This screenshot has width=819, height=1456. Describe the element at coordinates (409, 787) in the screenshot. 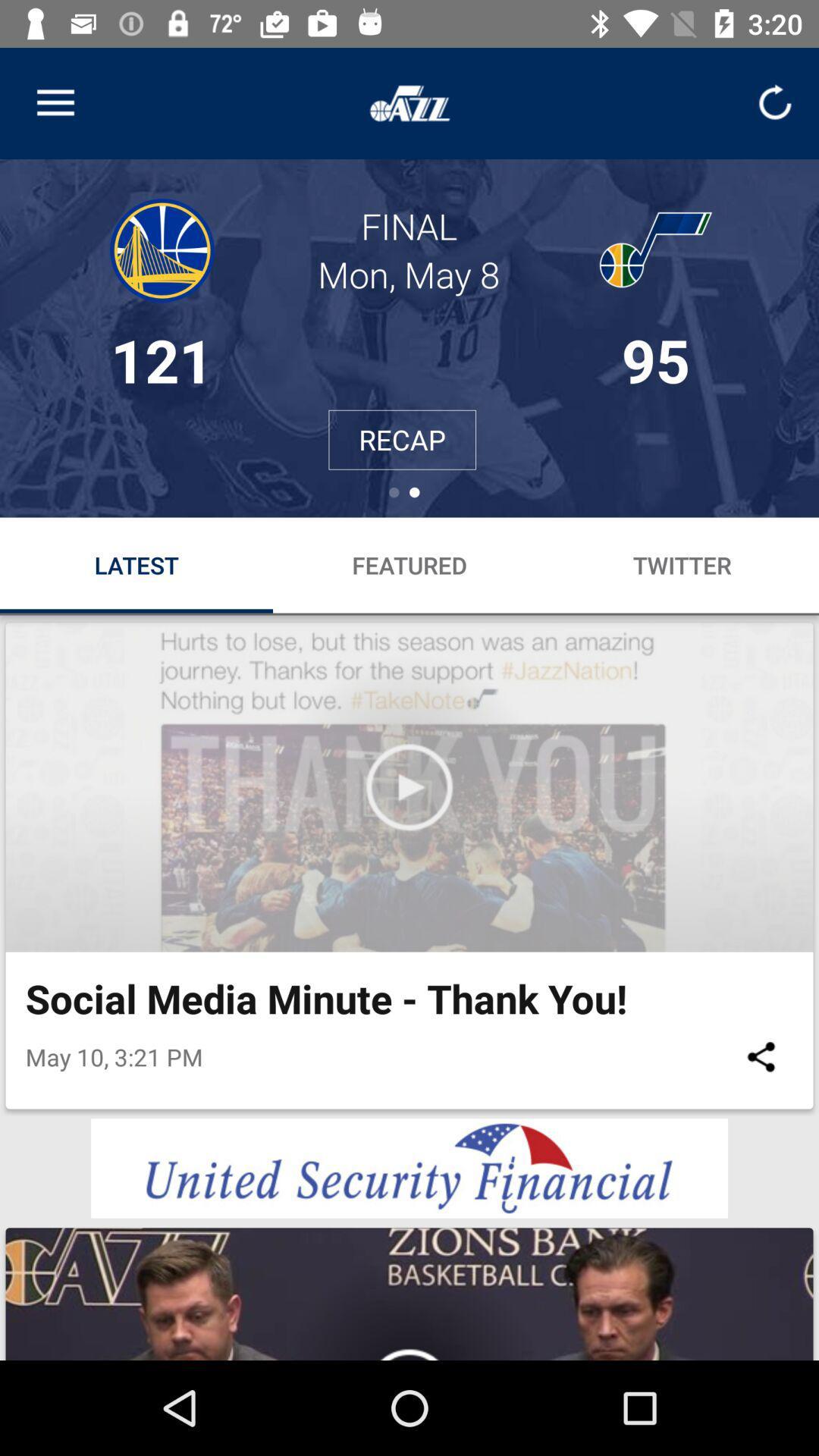

I see `the video above the text social media minute` at that location.